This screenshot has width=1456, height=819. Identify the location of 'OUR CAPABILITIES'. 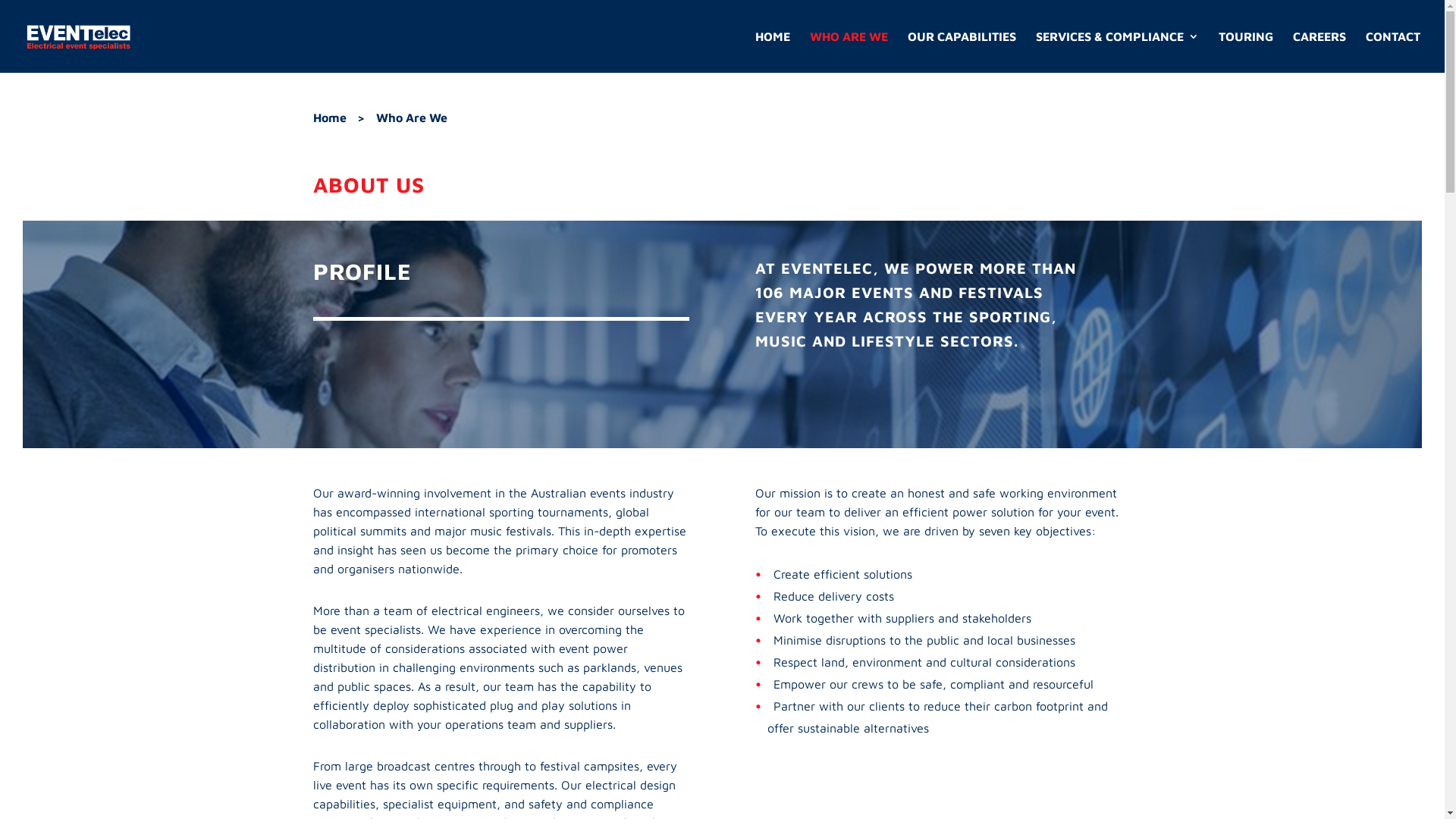
(961, 51).